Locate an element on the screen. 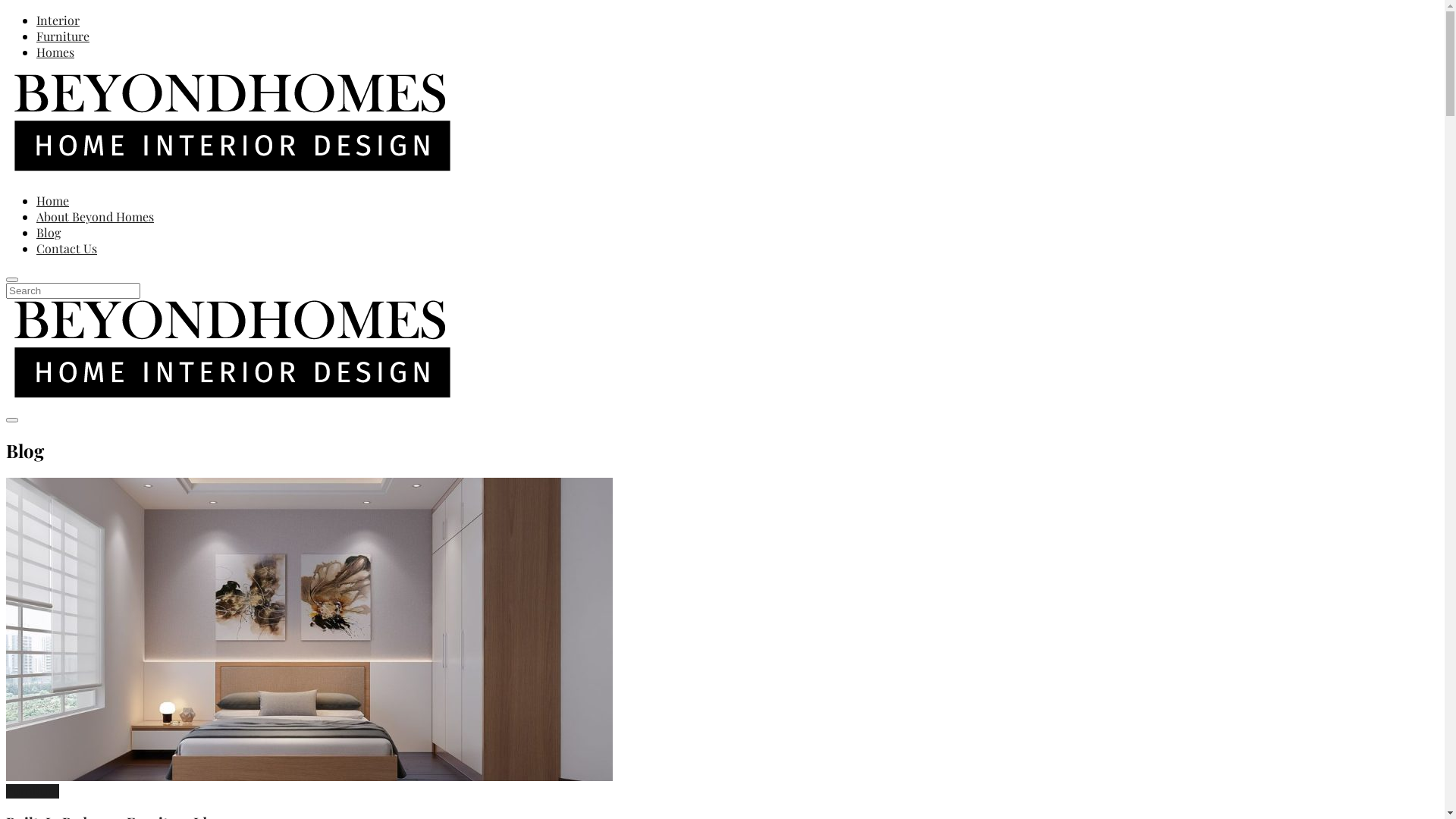 The width and height of the screenshot is (1456, 819). 'Furniture' is located at coordinates (61, 35).